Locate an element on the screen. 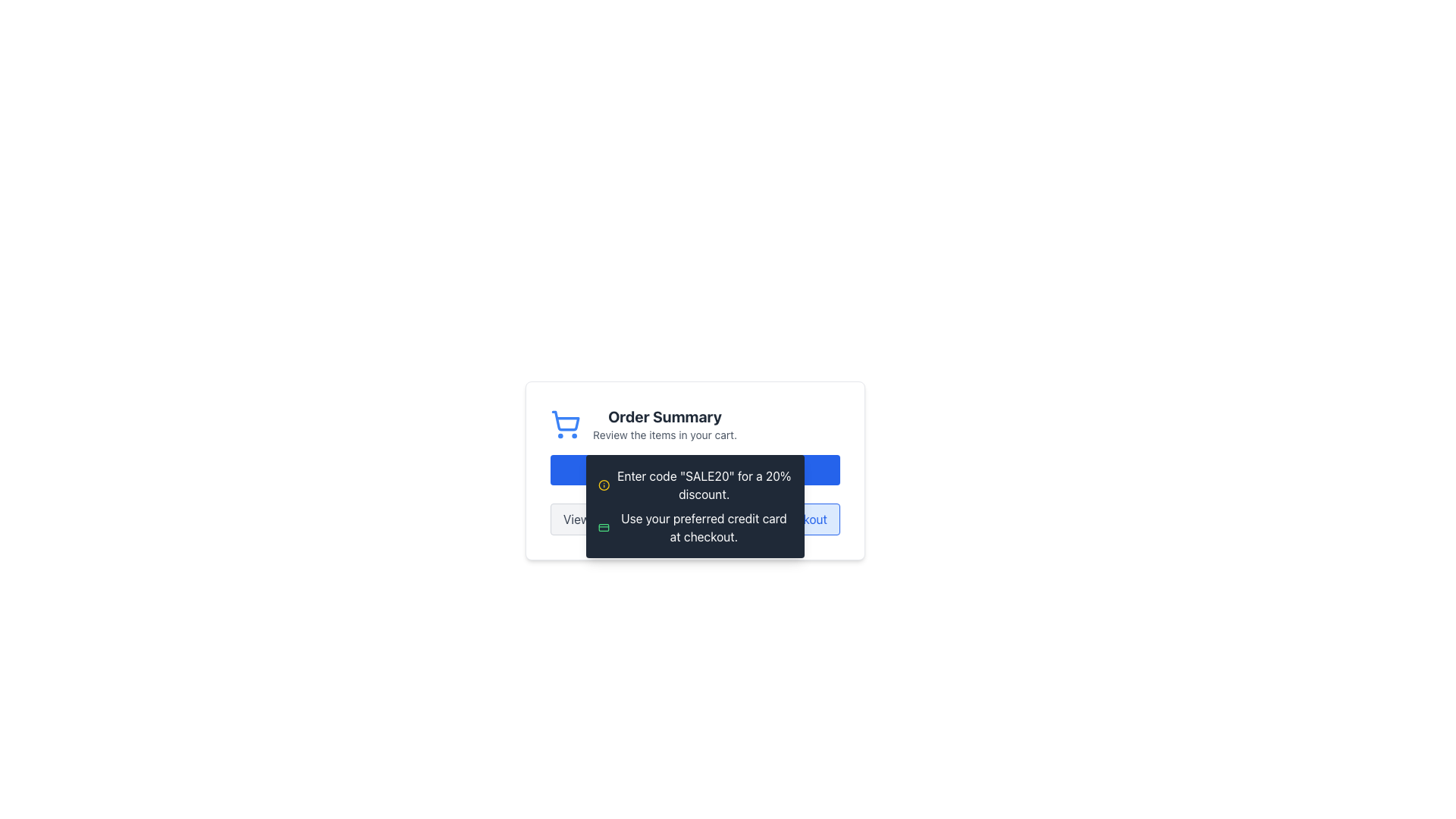 The height and width of the screenshot is (819, 1456). the circular graphical component that serves as part of the information symbol icon located at the beginning of the tooltip explaining a discount code is located at coordinates (603, 485).